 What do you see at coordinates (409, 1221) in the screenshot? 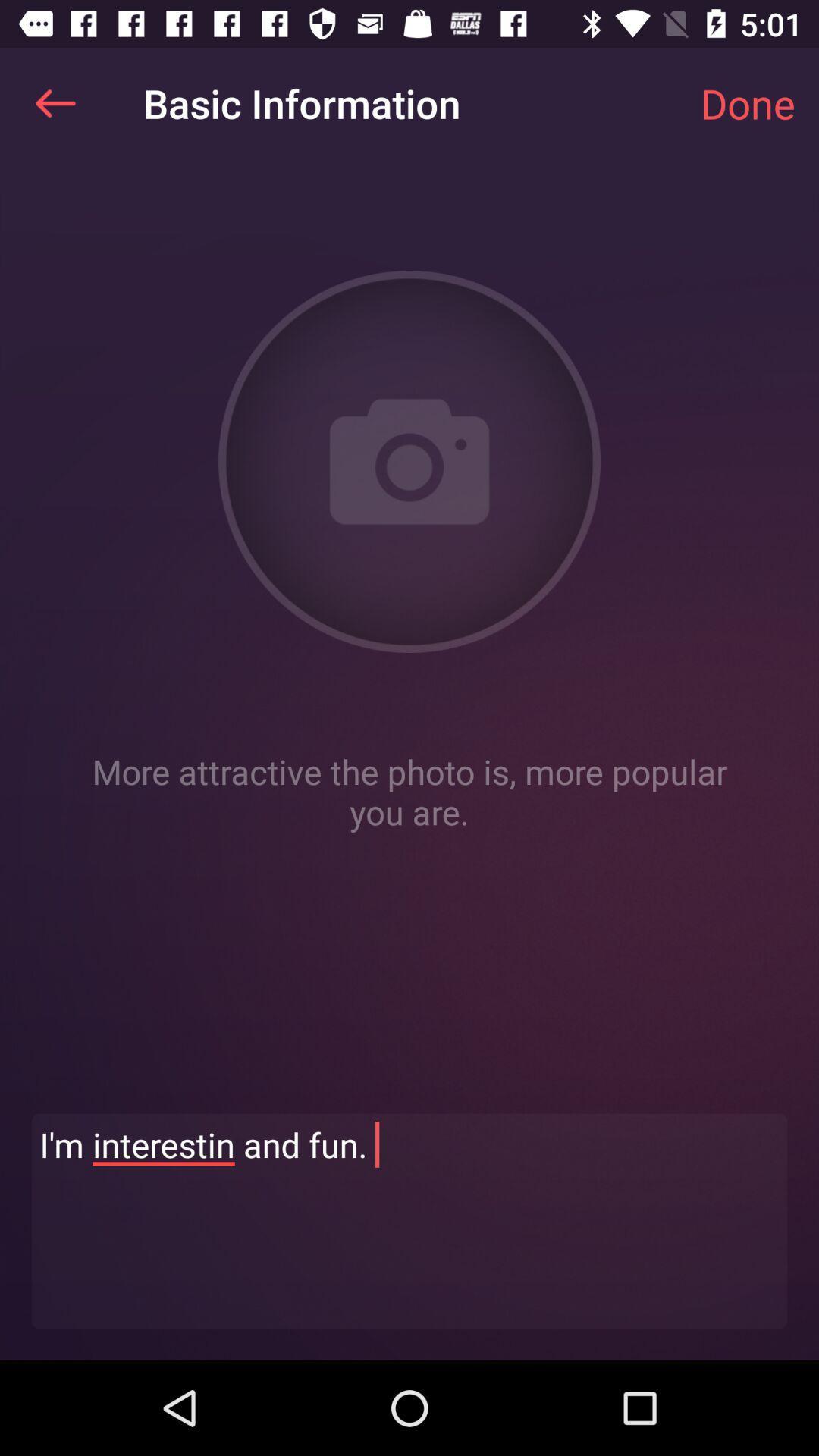
I see `the i m interestin` at bounding box center [409, 1221].